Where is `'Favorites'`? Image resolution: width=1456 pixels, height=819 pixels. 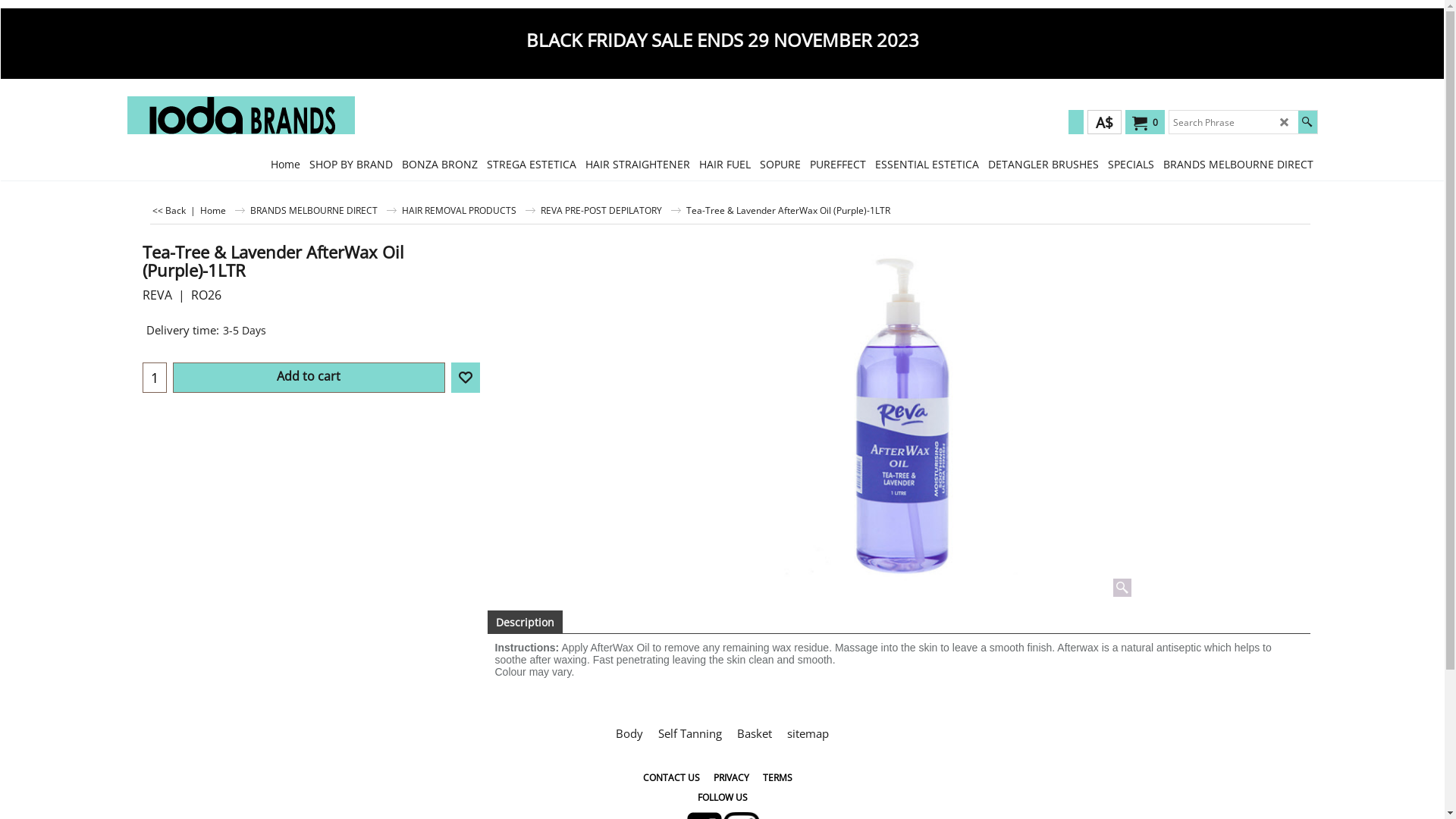 'Favorites' is located at coordinates (450, 376).